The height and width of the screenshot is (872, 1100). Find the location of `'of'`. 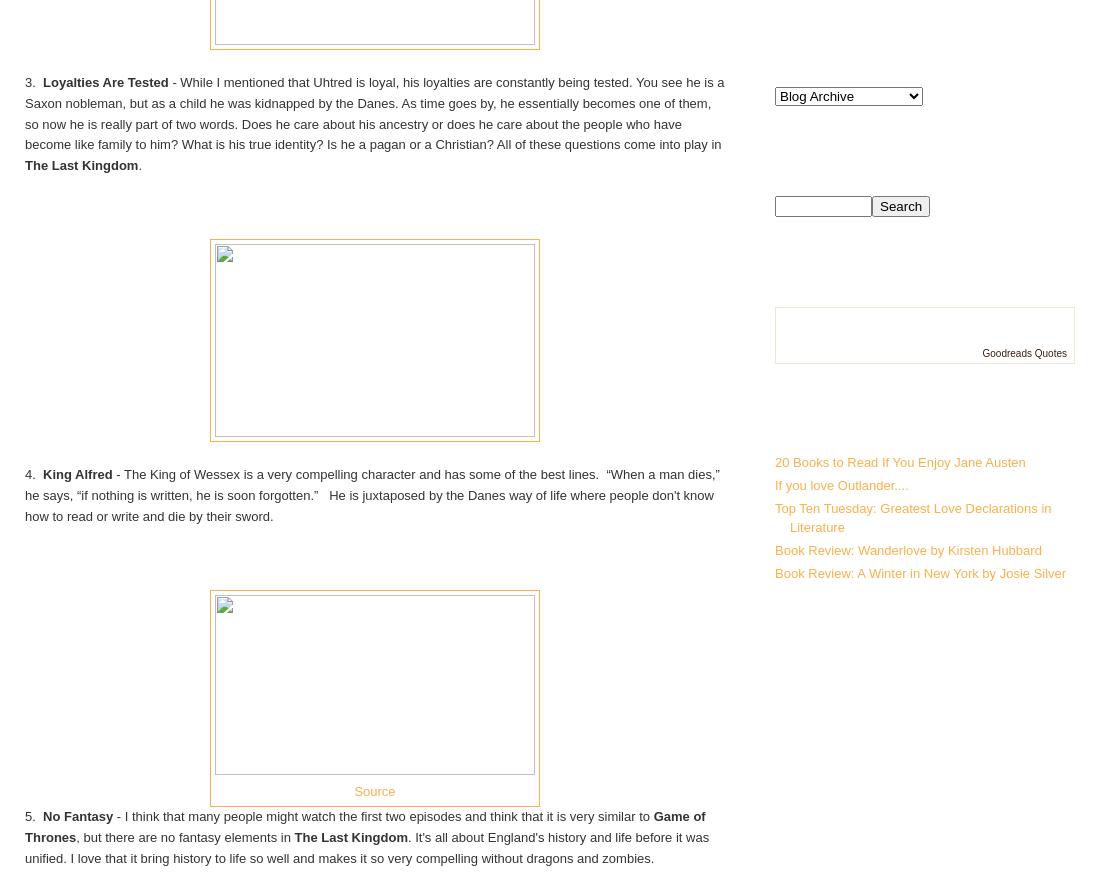

'of' is located at coordinates (698, 816).